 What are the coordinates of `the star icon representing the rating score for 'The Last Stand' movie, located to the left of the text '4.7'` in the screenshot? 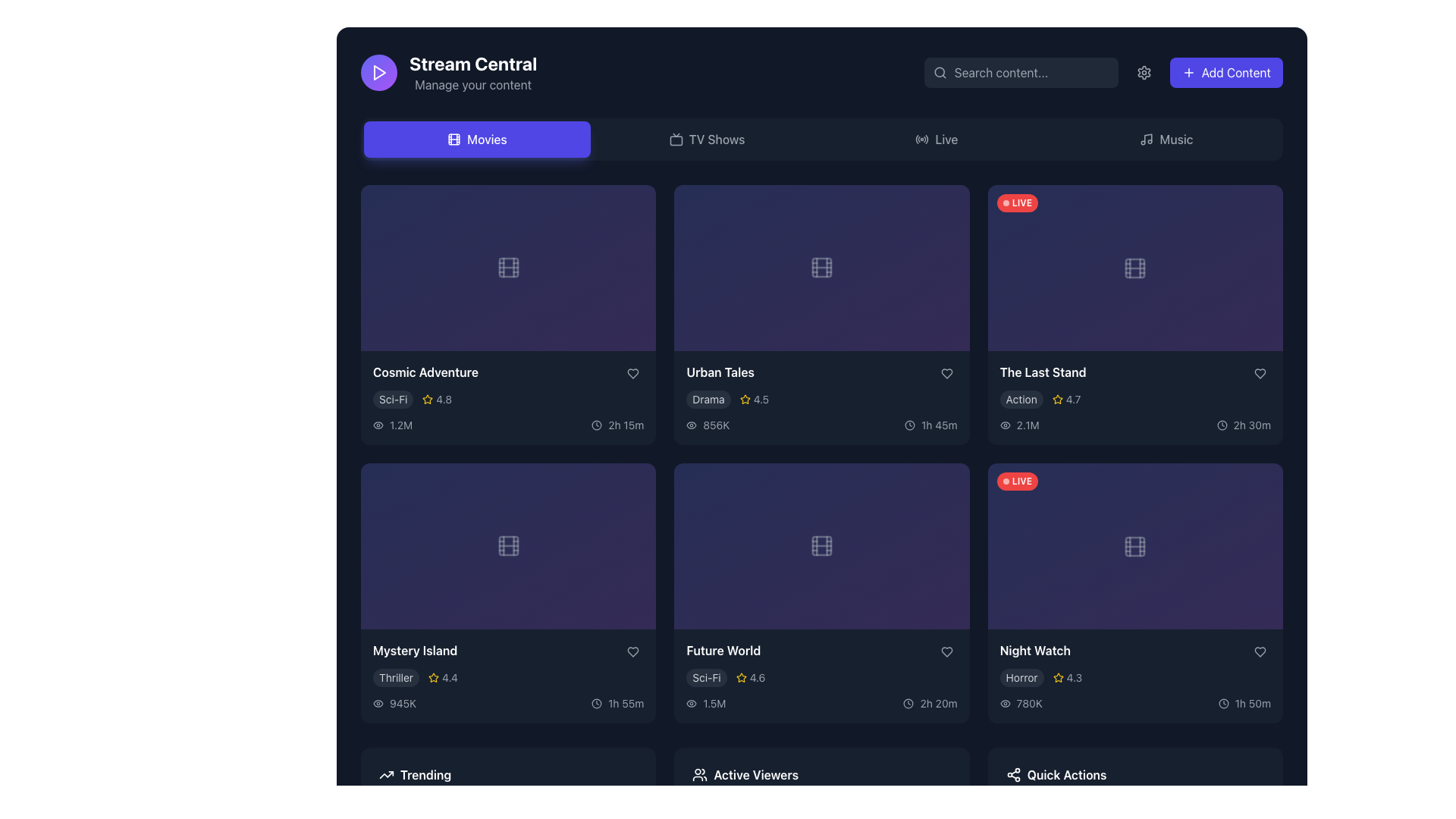 It's located at (1056, 399).